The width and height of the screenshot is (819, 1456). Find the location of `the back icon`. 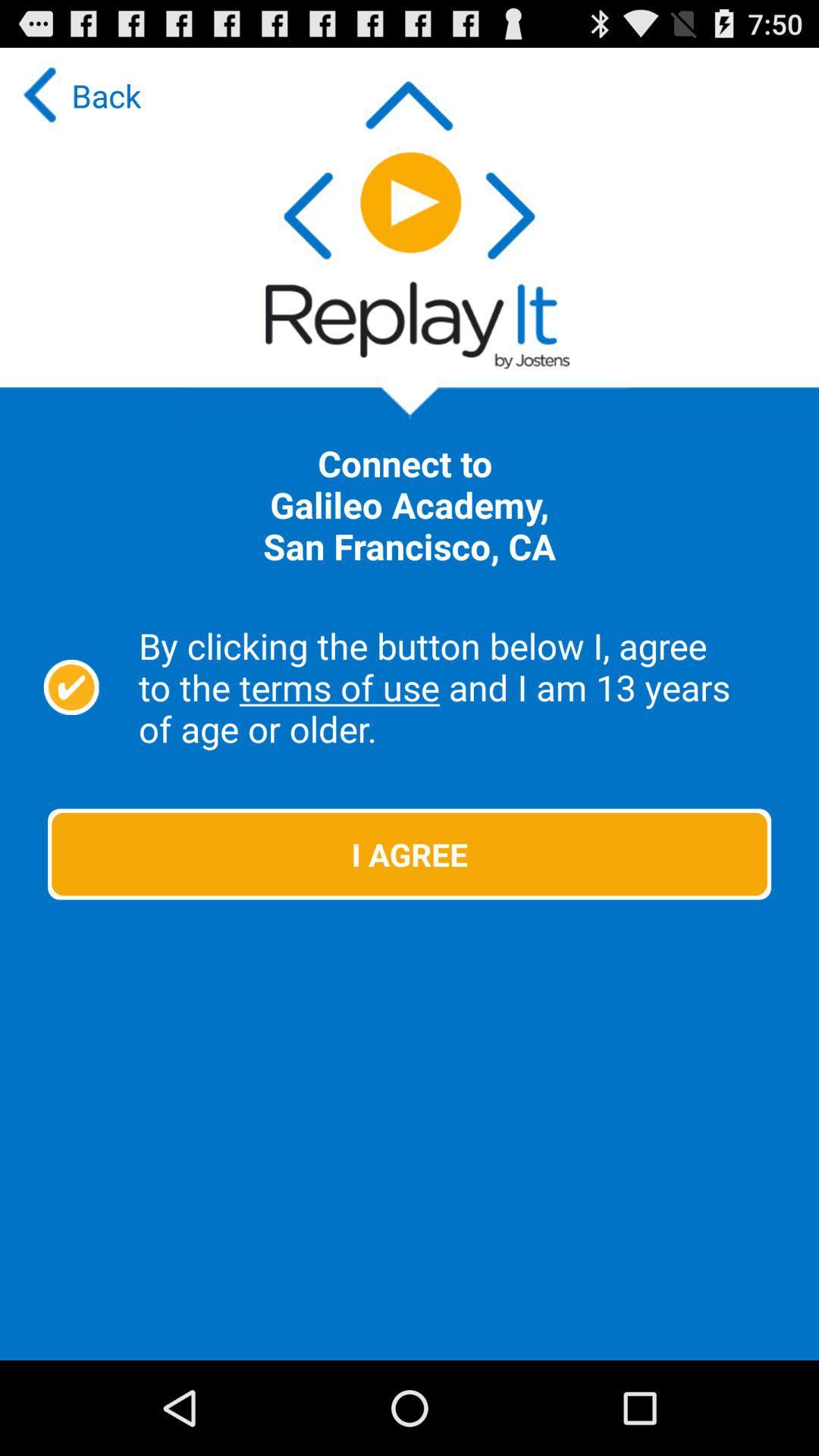

the back icon is located at coordinates (78, 94).